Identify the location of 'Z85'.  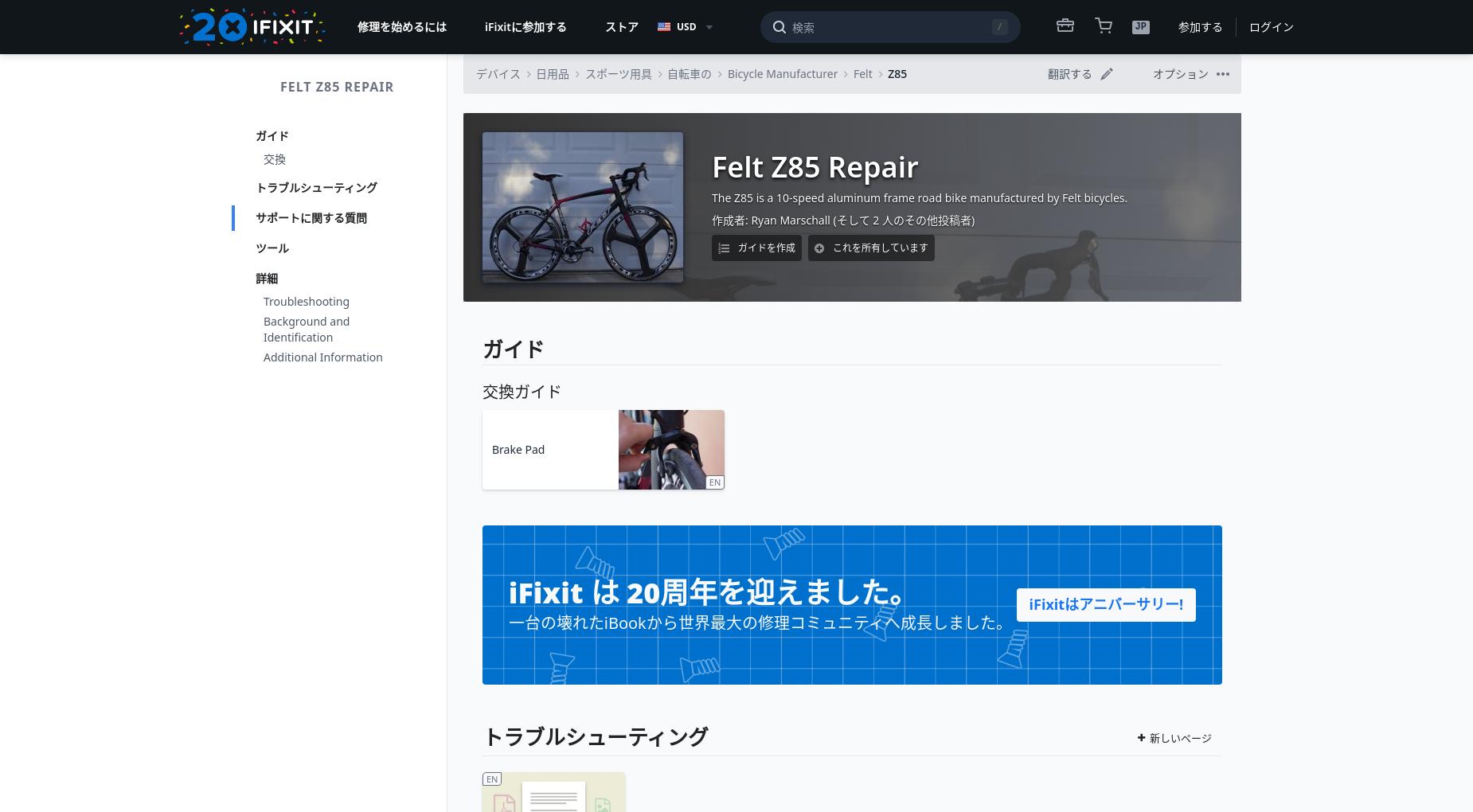
(897, 72).